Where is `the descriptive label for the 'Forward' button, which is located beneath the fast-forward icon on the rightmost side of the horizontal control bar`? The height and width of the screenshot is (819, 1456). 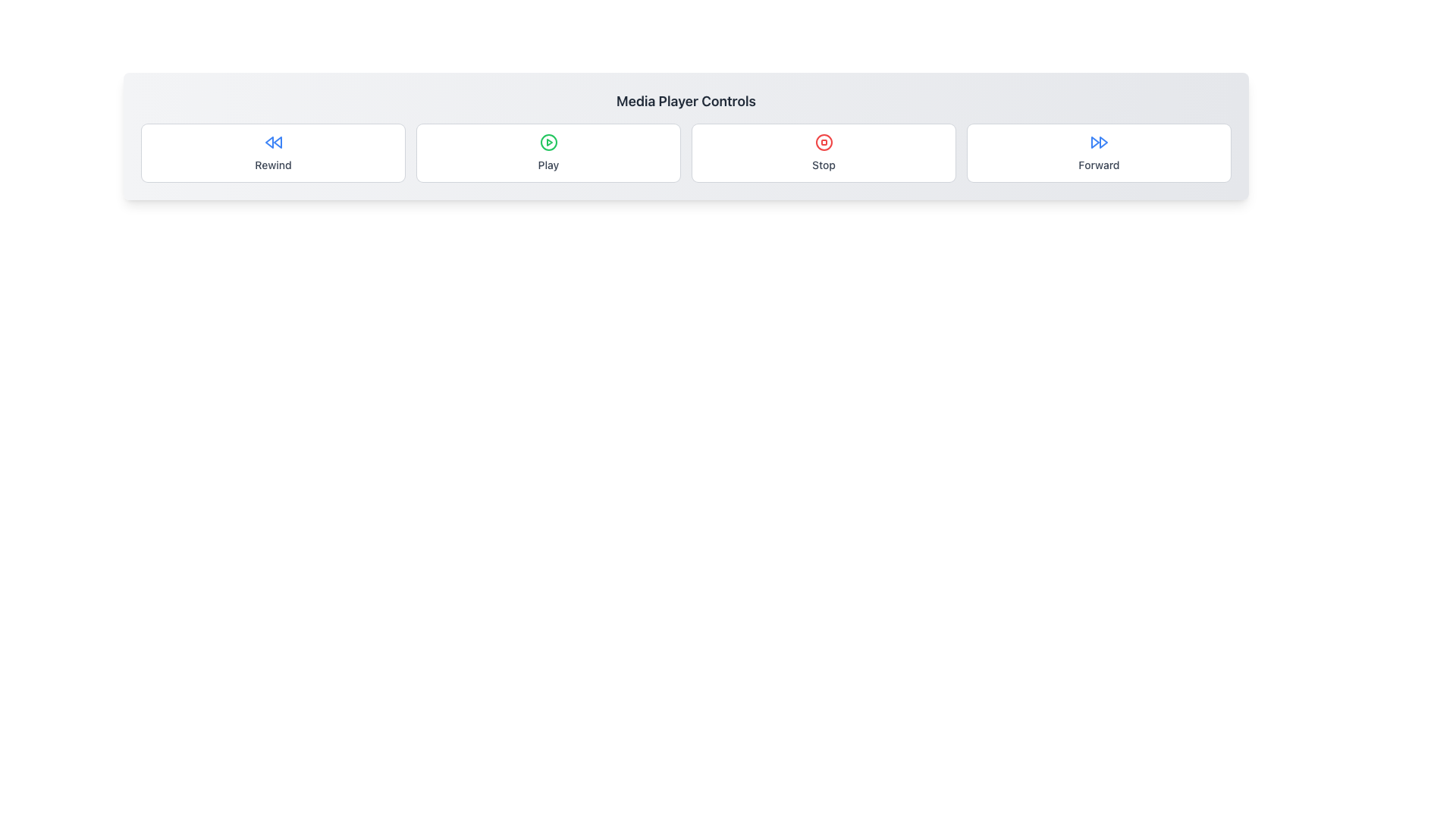
the descriptive label for the 'Forward' button, which is located beneath the fast-forward icon on the rightmost side of the horizontal control bar is located at coordinates (1099, 165).